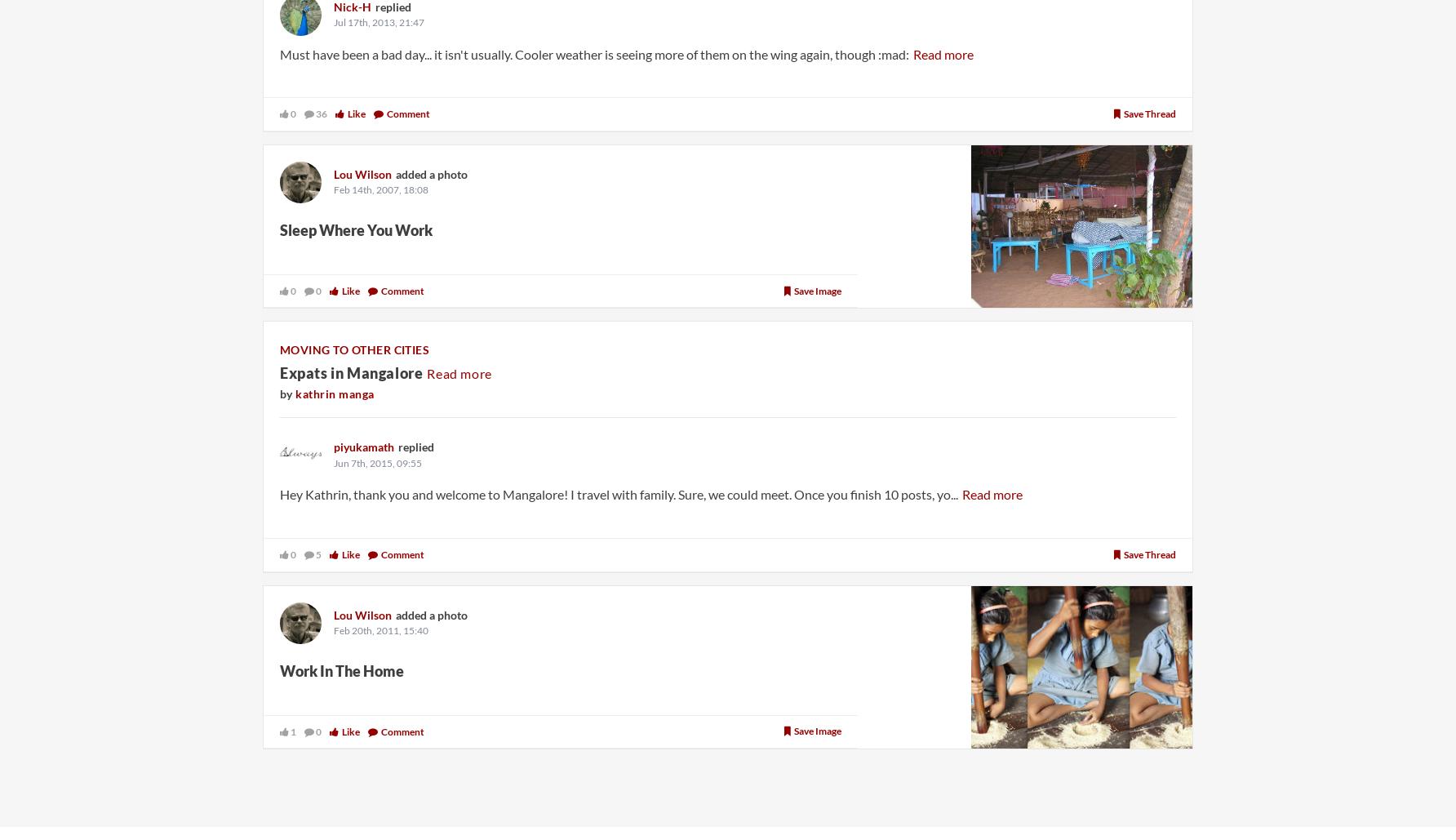  Describe the element at coordinates (333, 189) in the screenshot. I see `'Feb 14th, 2007, 18:08'` at that location.